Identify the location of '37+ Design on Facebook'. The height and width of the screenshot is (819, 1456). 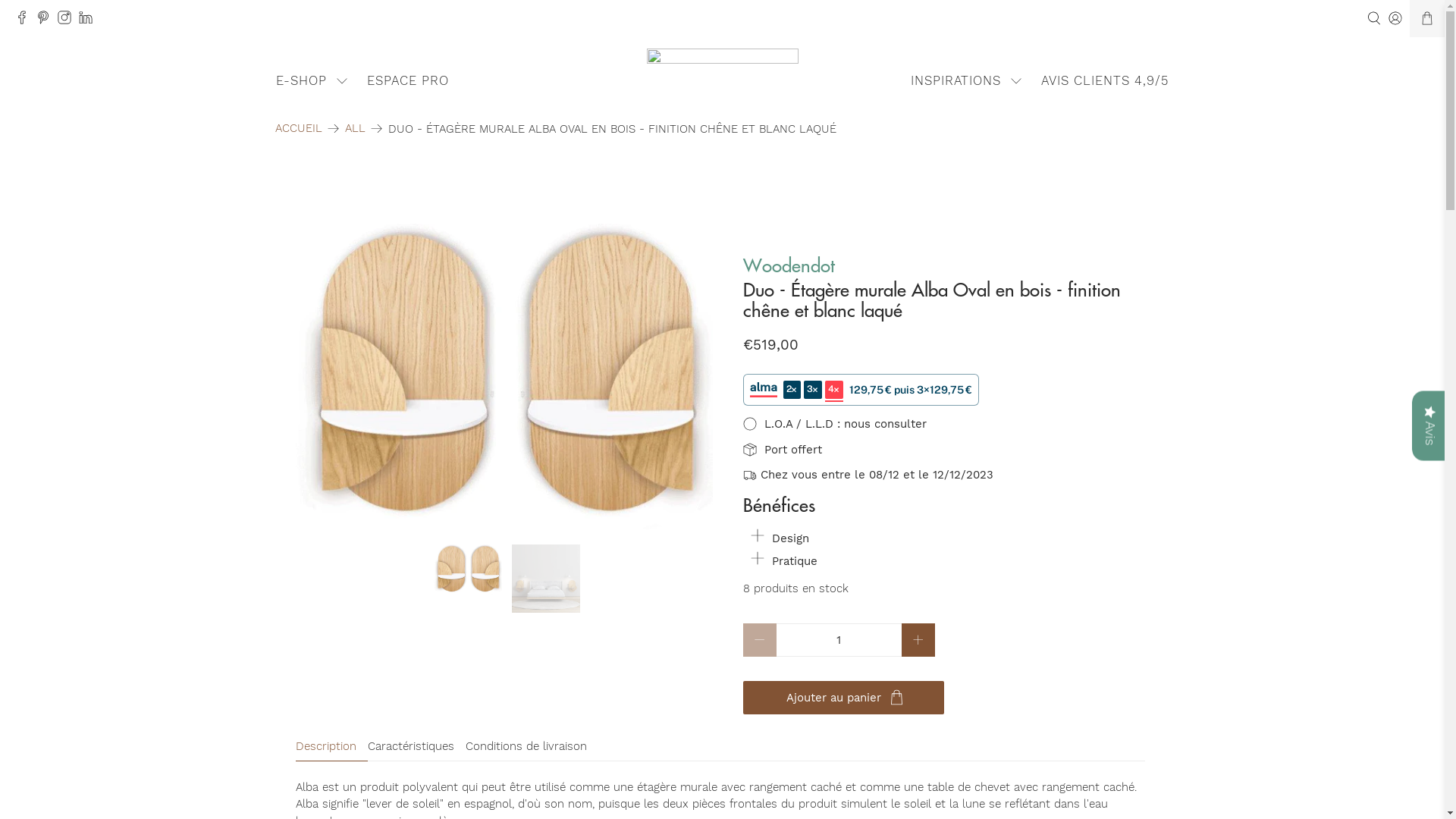
(14, 20).